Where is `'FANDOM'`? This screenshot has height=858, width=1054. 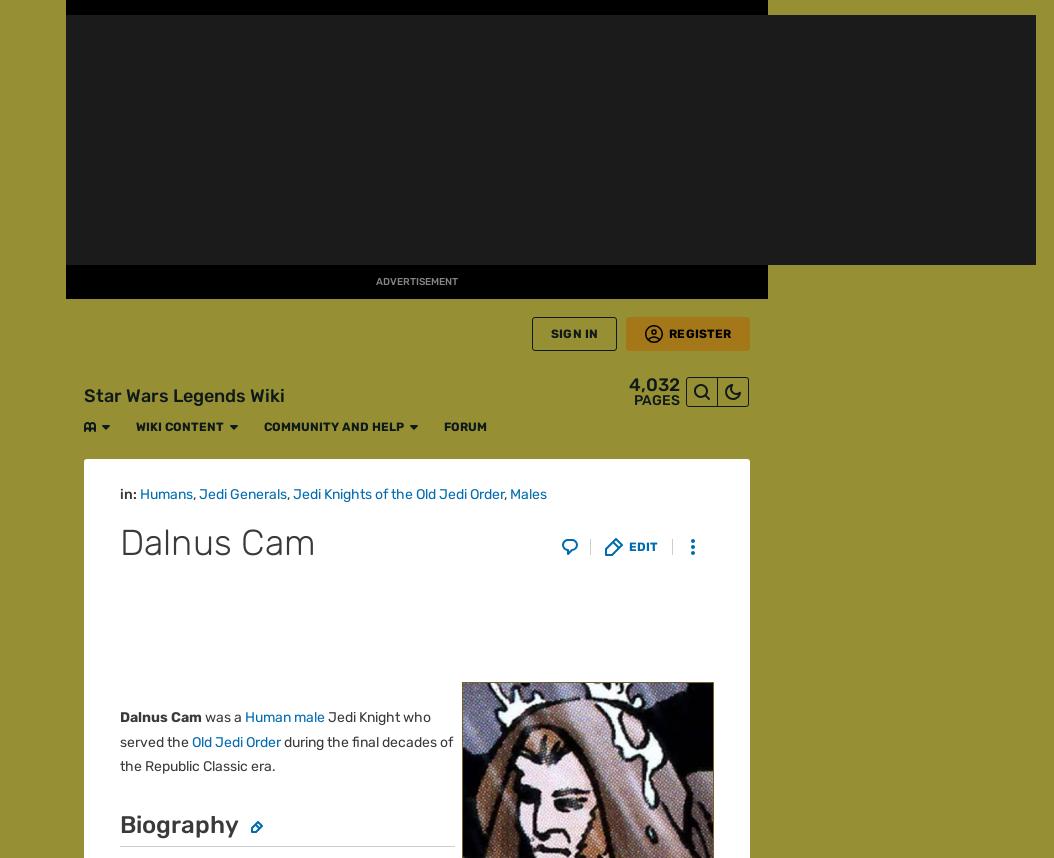
'FANDOM' is located at coordinates (32, 66).